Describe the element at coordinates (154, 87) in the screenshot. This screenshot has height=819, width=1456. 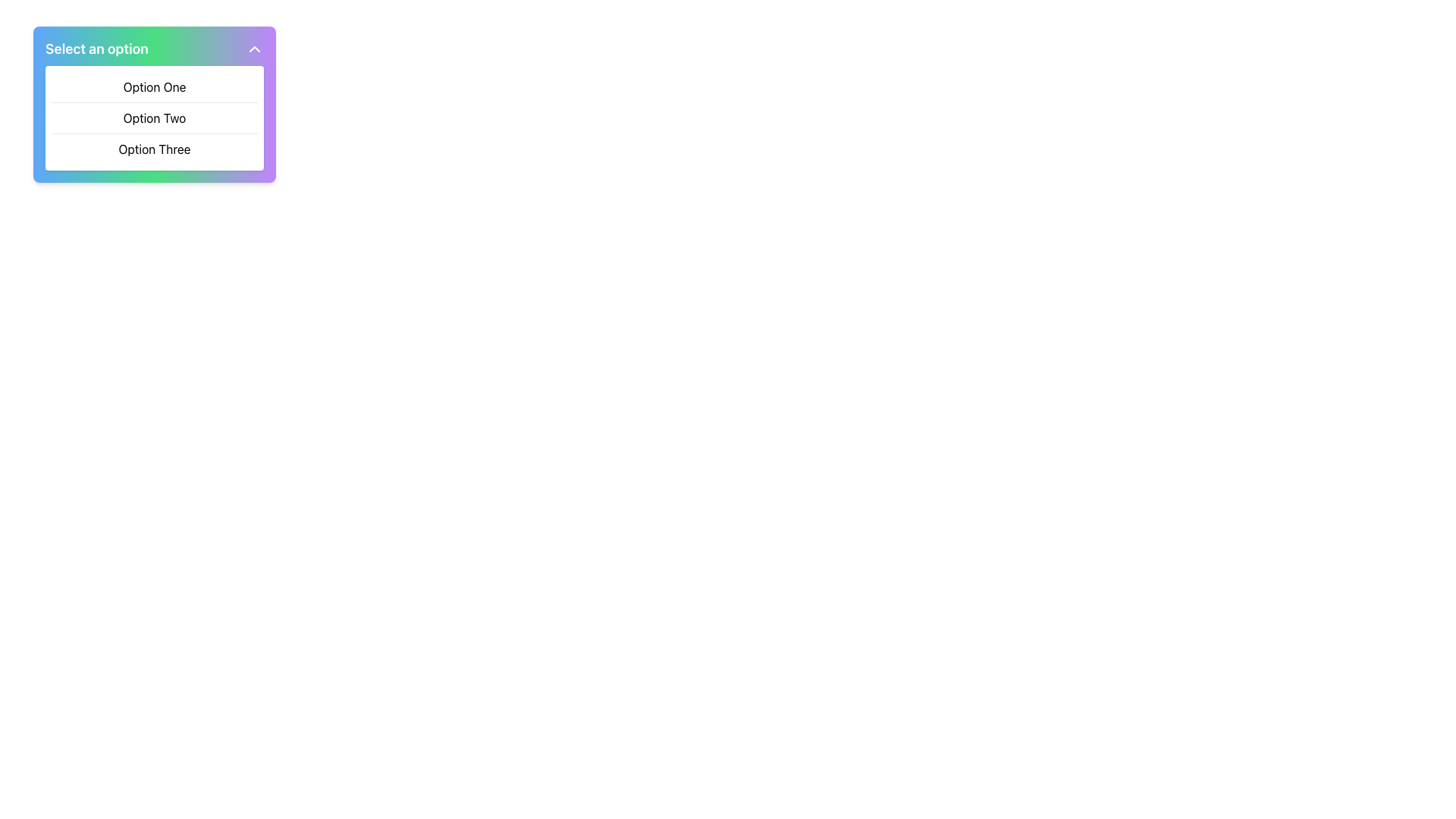
I see `the first option 'Option One' in the dropdown menu` at that location.